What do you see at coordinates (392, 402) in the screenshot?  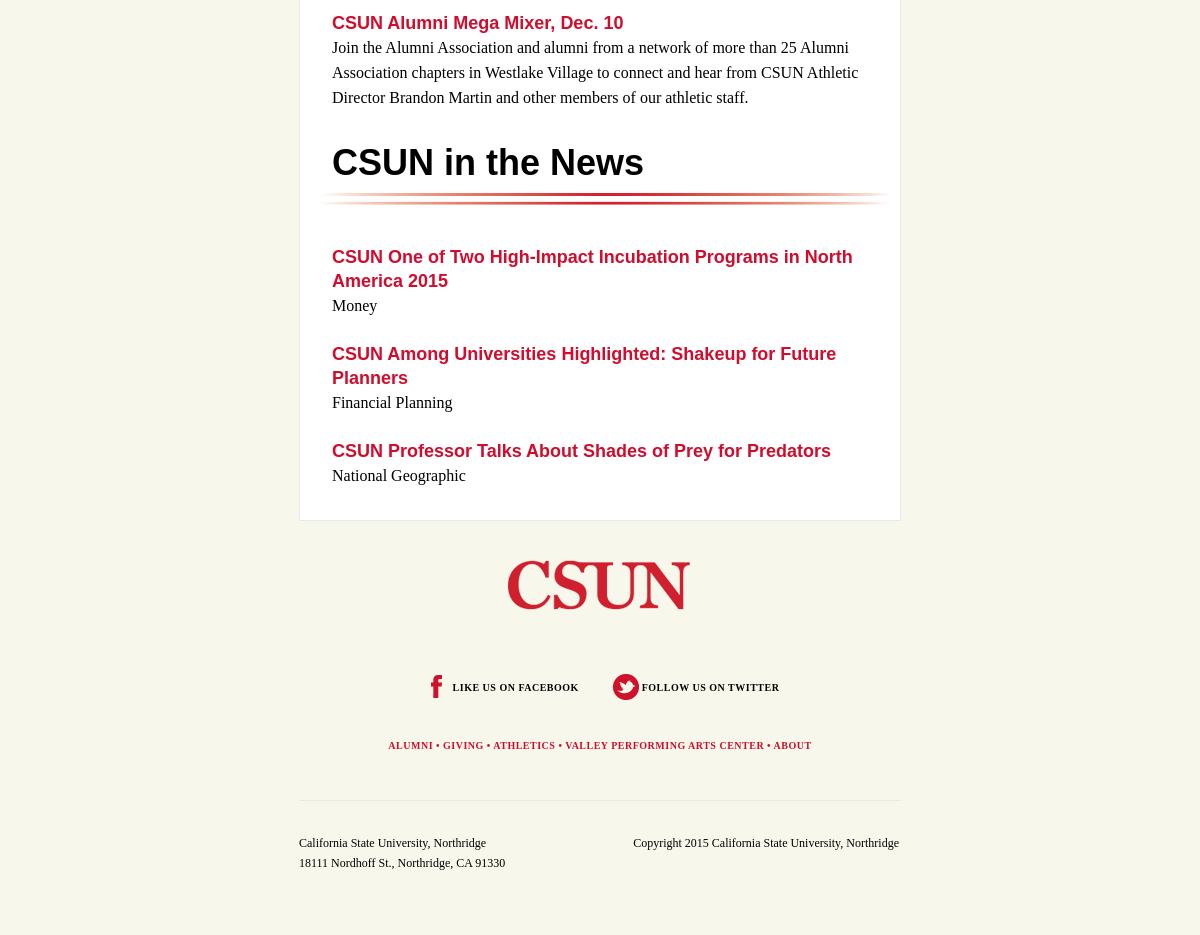 I see `'Financial Planning'` at bounding box center [392, 402].